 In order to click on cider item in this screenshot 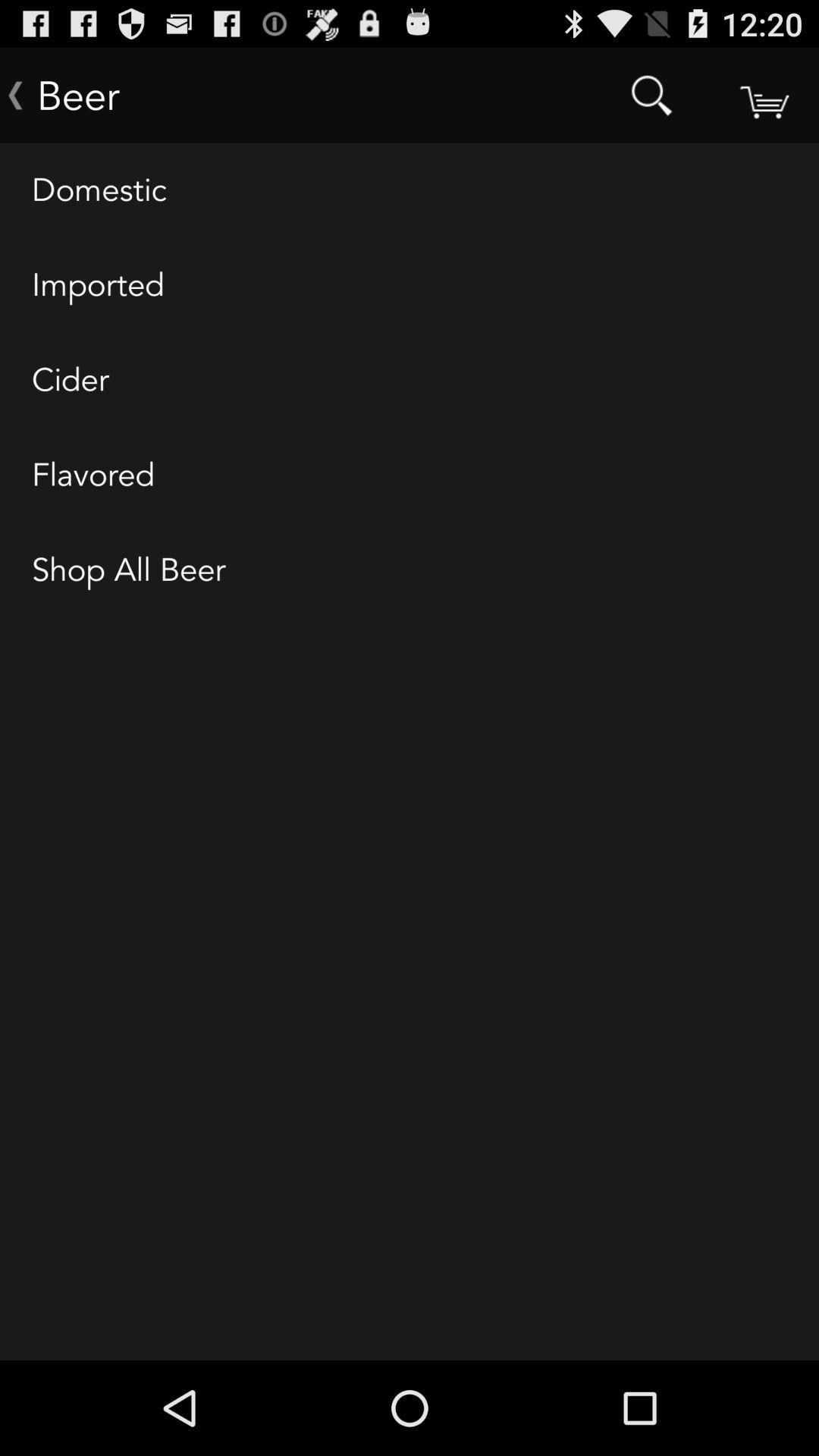, I will do `click(409, 381)`.